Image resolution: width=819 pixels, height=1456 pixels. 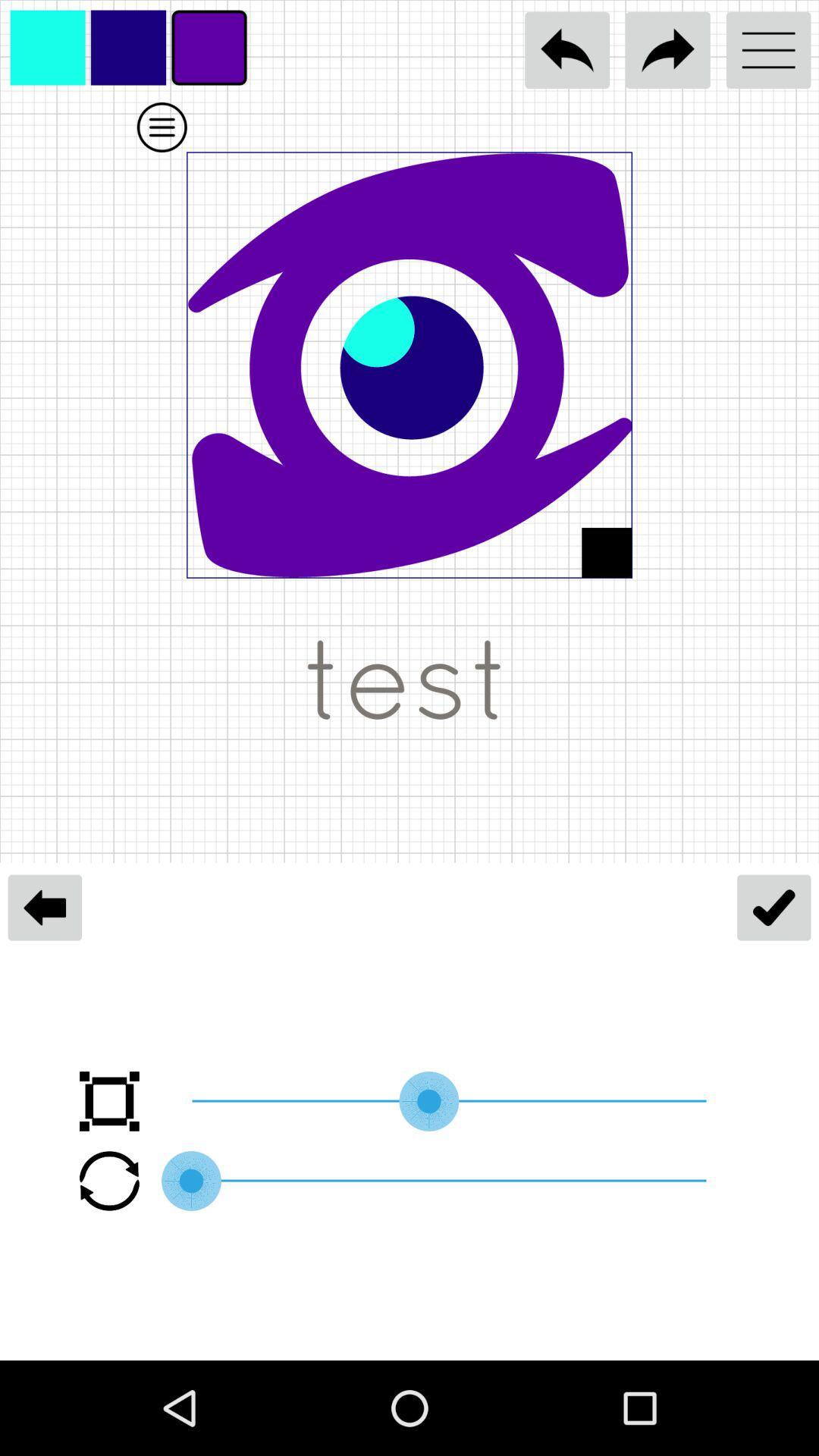 What do you see at coordinates (44, 907) in the screenshot?
I see `the arrow_backward icon` at bounding box center [44, 907].